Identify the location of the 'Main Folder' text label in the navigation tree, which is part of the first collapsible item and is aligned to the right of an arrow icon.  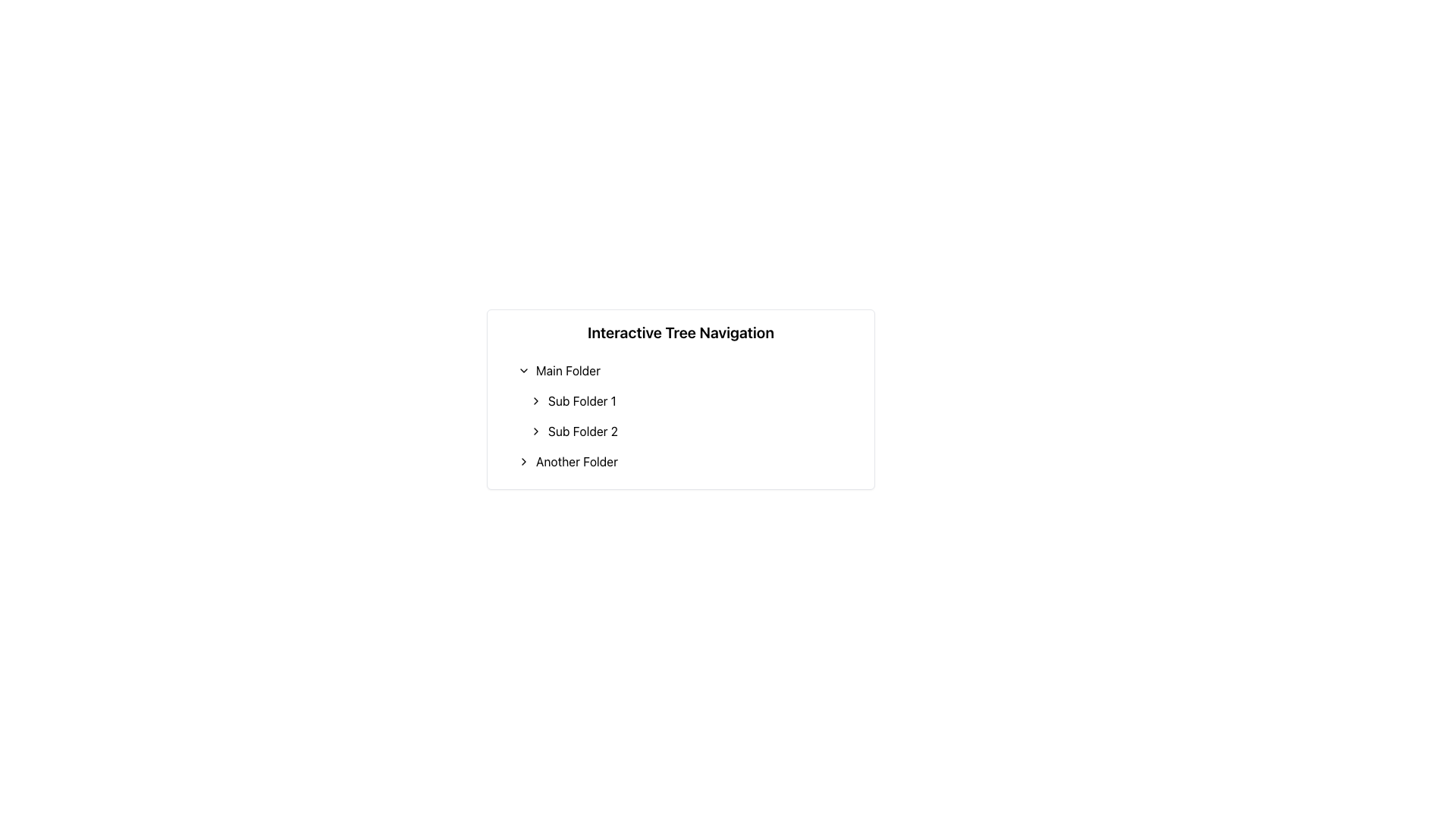
(567, 371).